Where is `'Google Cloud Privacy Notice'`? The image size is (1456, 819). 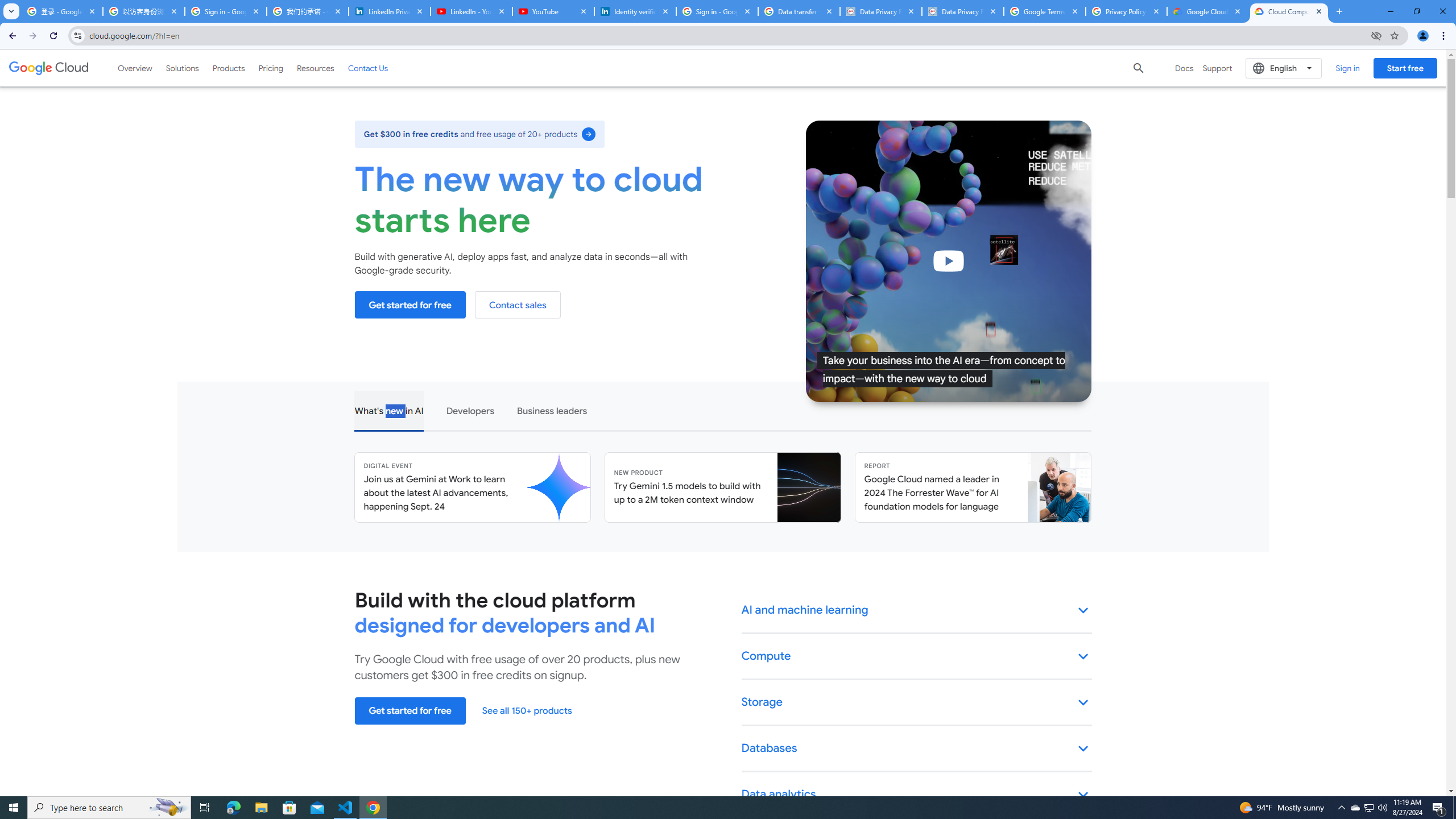
'Google Cloud Privacy Notice' is located at coordinates (1207, 11).